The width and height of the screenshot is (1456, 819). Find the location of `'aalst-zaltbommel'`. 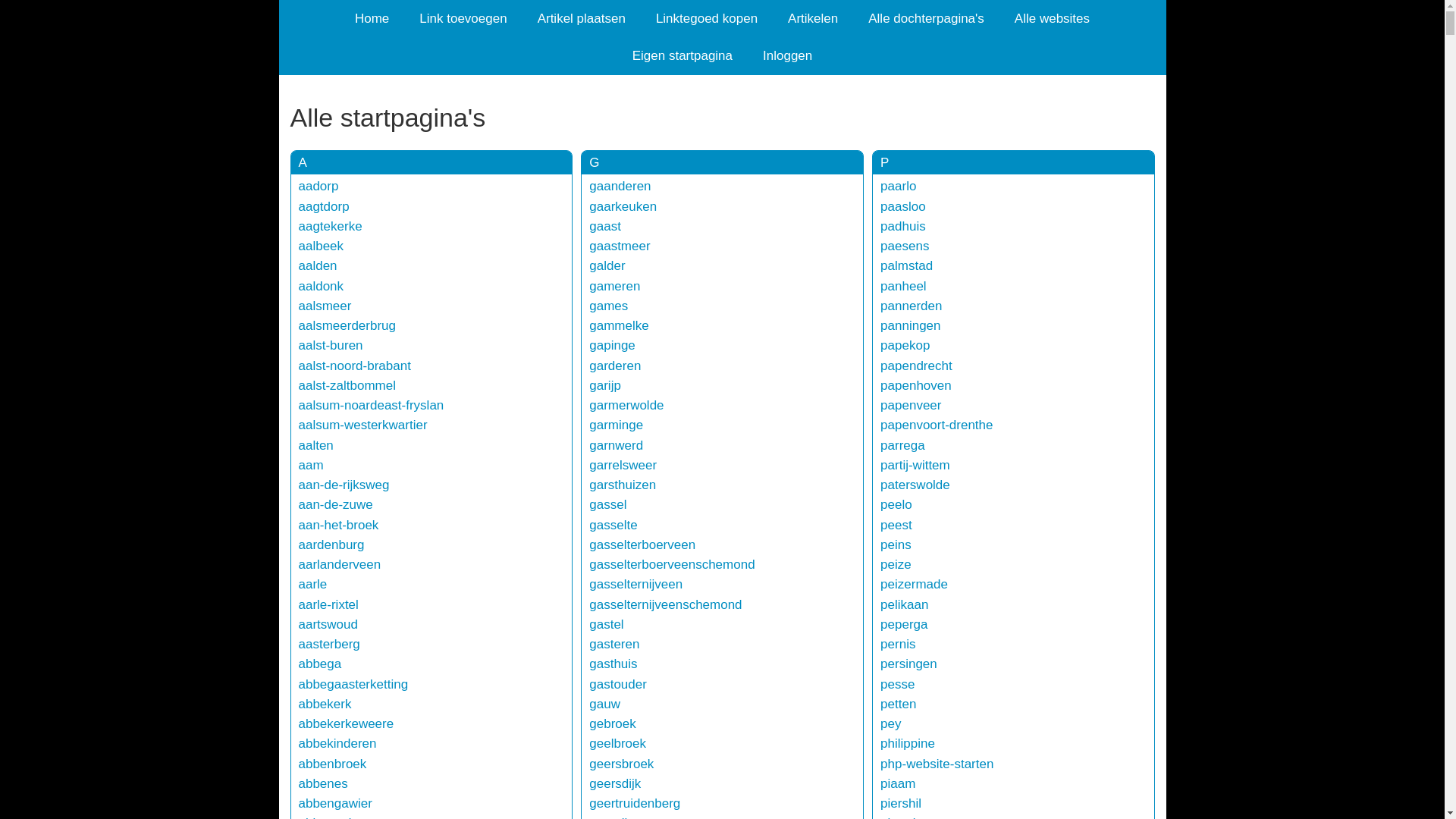

'aalst-zaltbommel' is located at coordinates (347, 384).